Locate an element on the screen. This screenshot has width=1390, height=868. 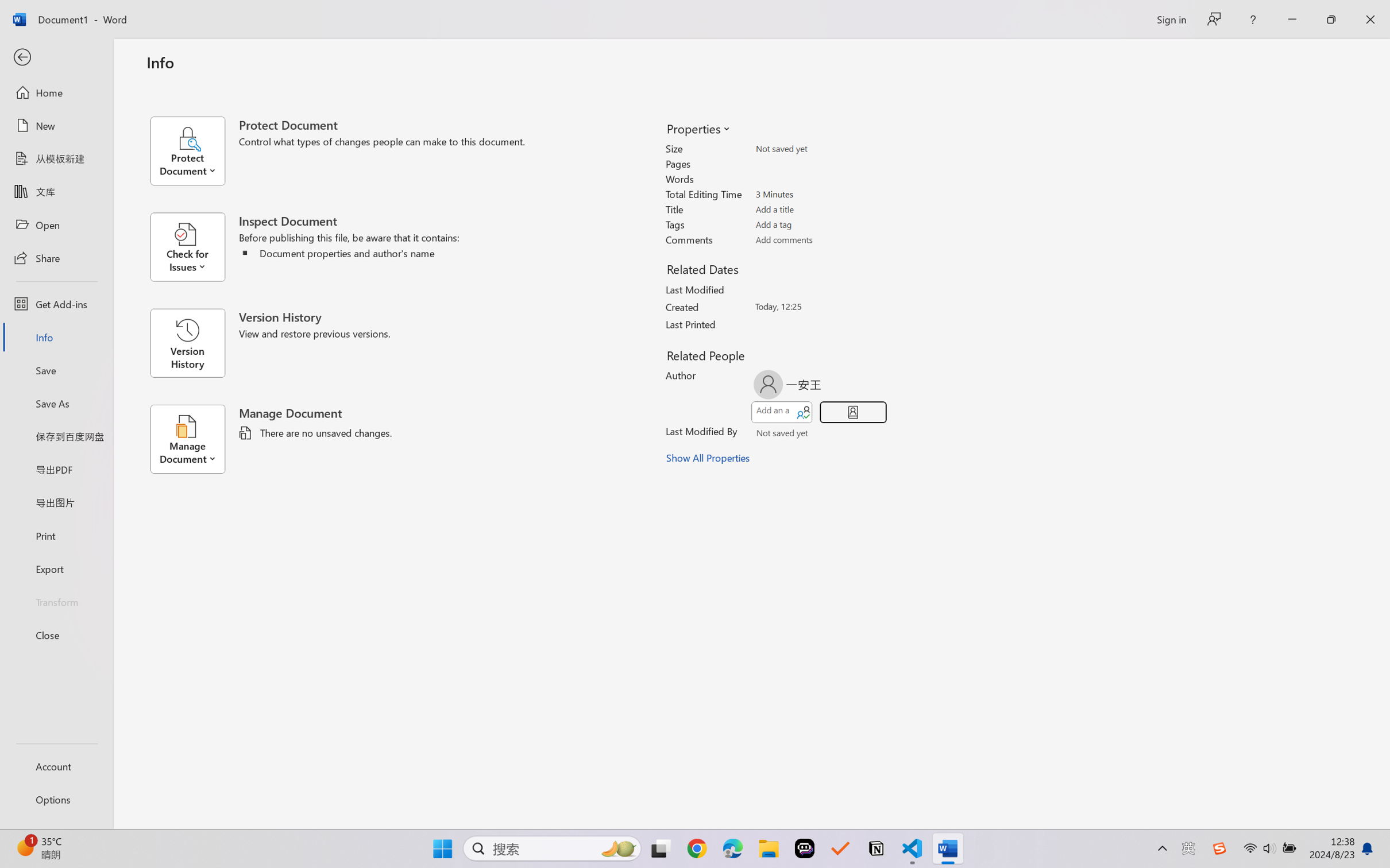
'Export' is located at coordinates (56, 568).